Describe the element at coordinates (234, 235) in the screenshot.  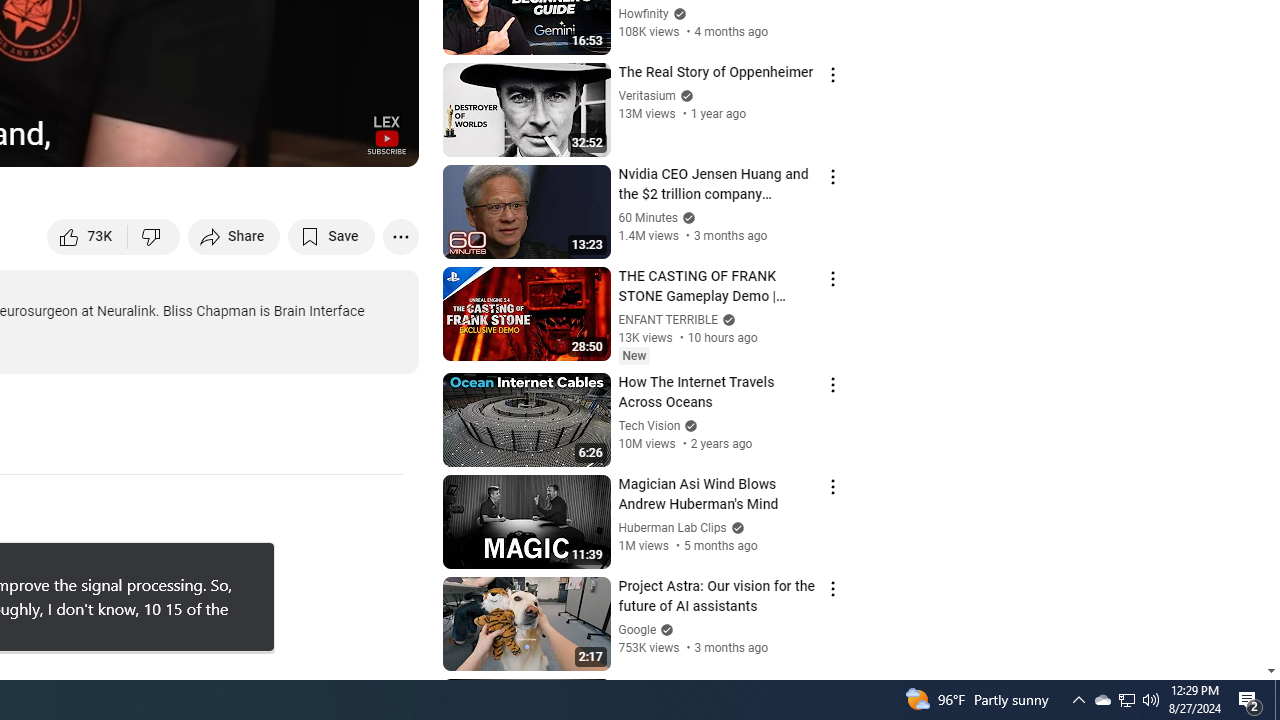
I see `'Share'` at that location.